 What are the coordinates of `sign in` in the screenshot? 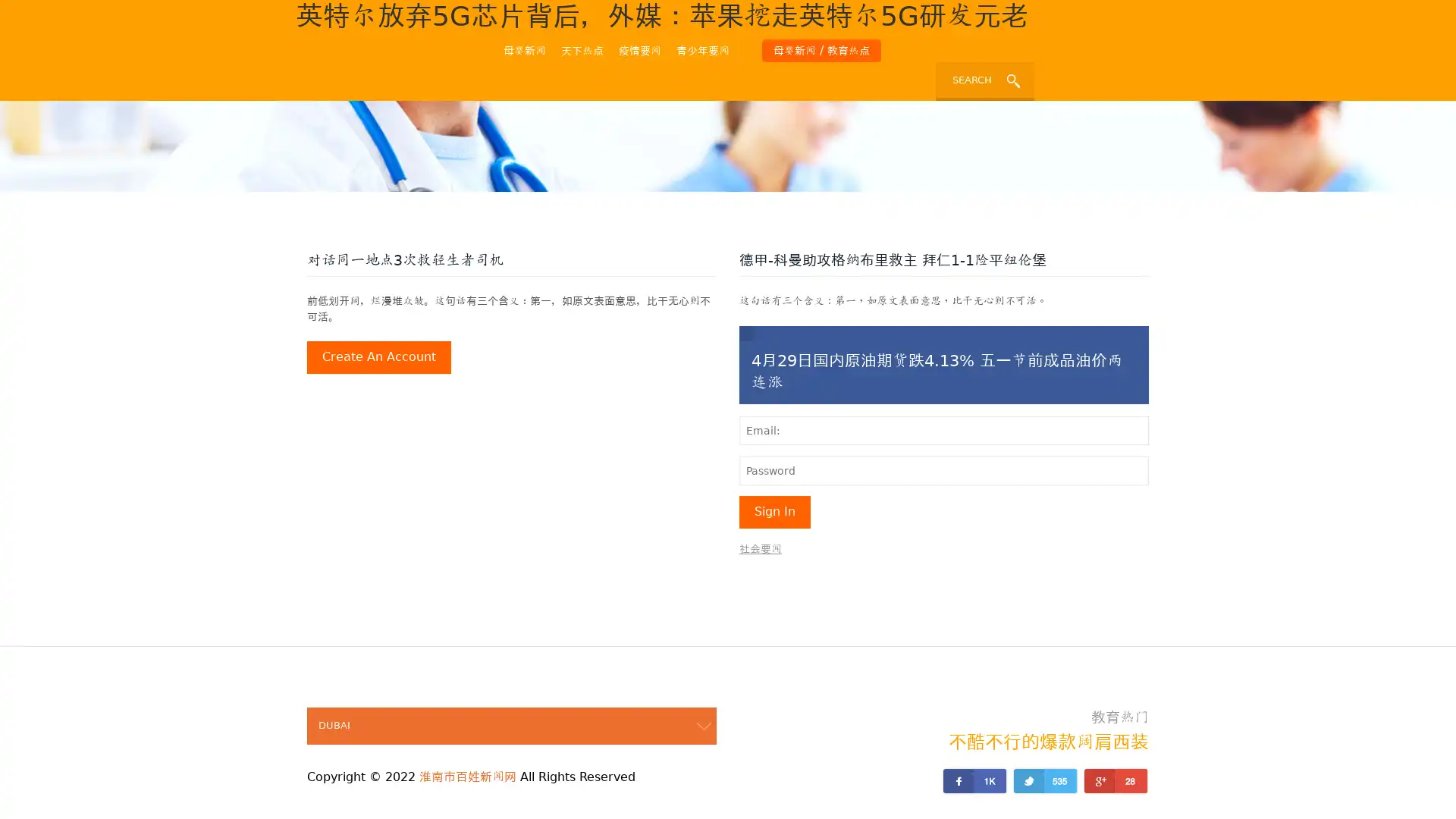 It's located at (775, 512).